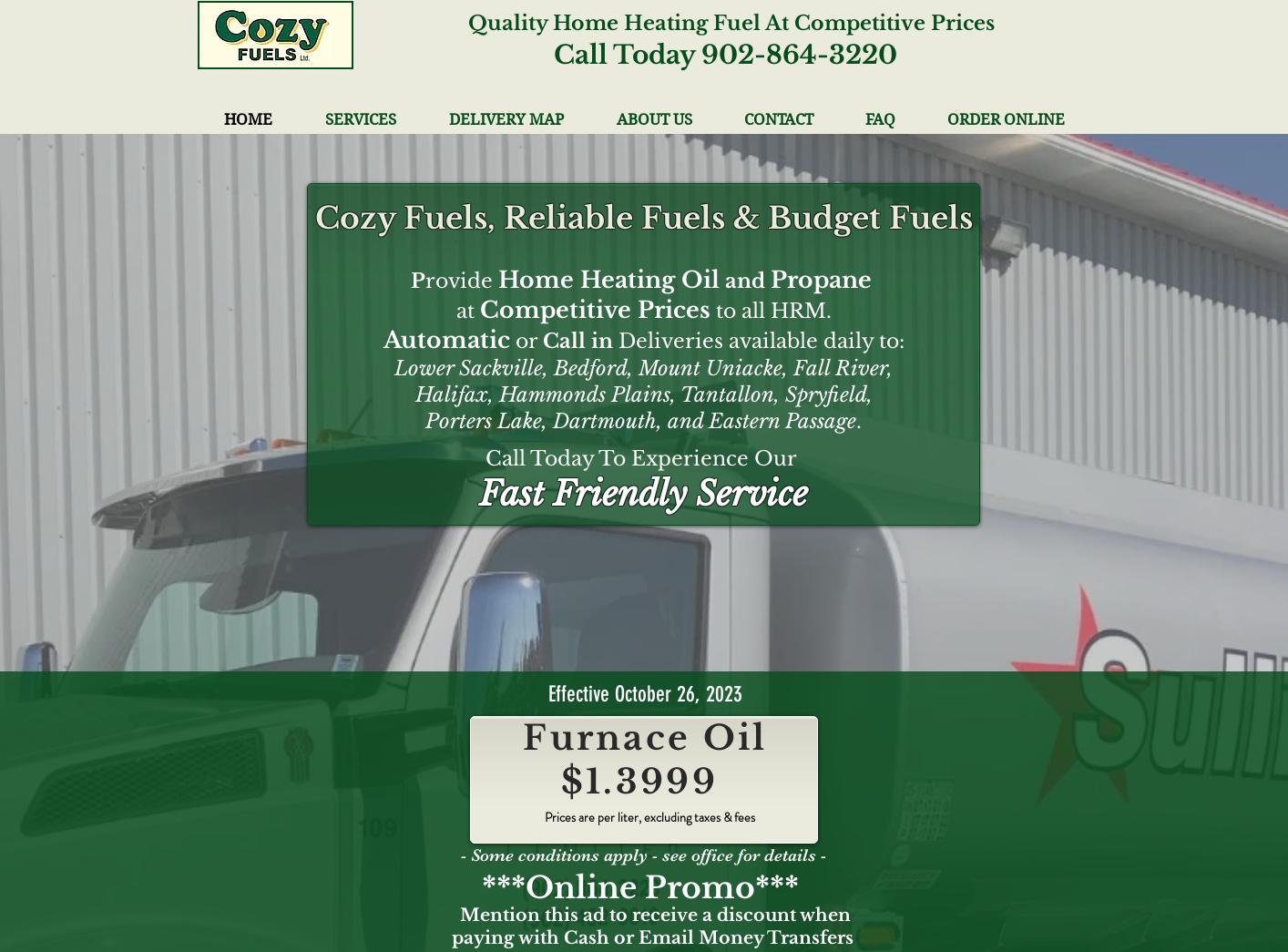 Image resolution: width=1288 pixels, height=952 pixels. What do you see at coordinates (648, 639) in the screenshot?
I see `'Commercial Propane Delivery'` at bounding box center [648, 639].